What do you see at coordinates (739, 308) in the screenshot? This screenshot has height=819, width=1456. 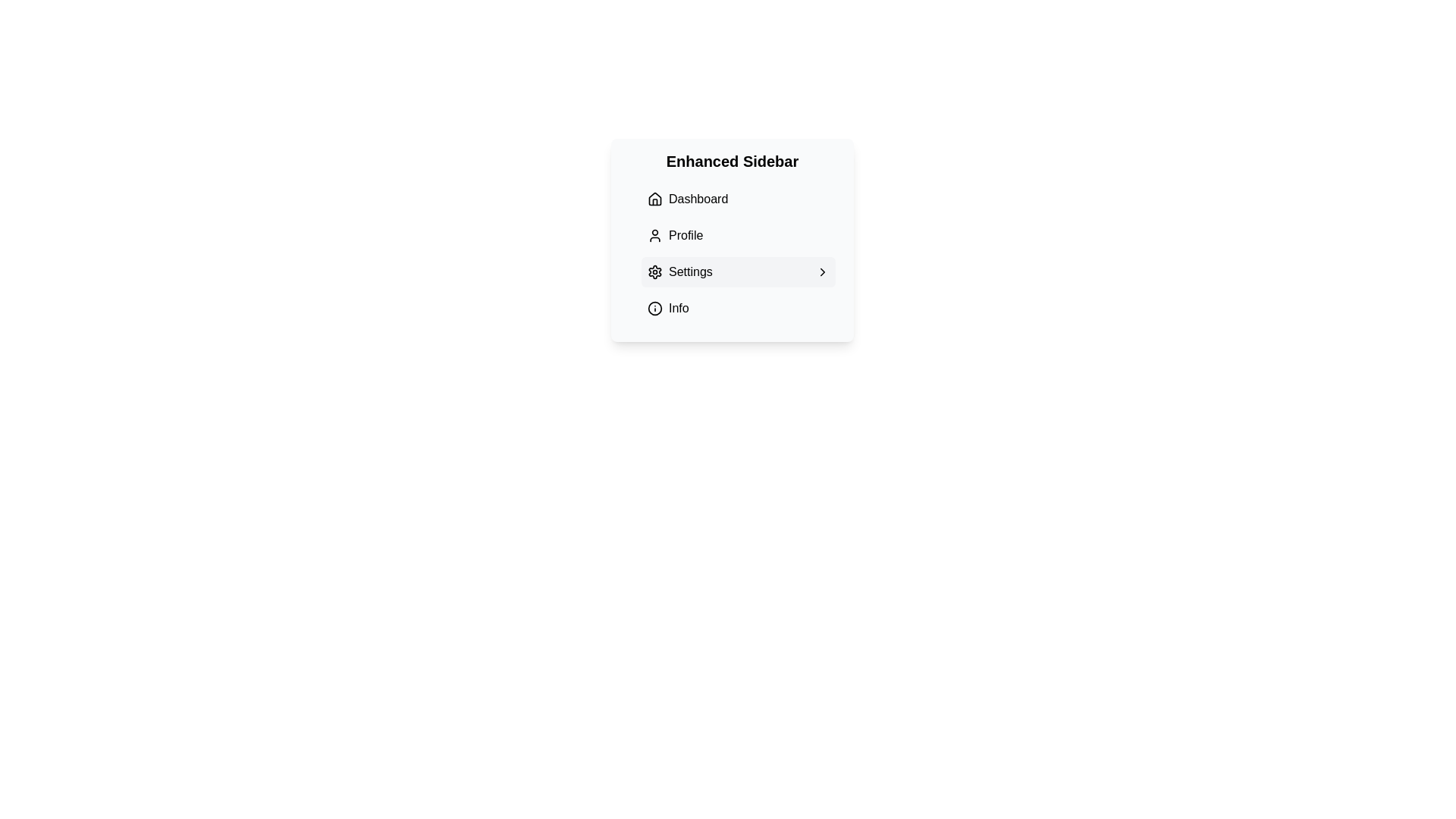 I see `the 'Info' button located at the bottom of the 'Enhanced Sidebar', which is the fourth item in the list` at bounding box center [739, 308].